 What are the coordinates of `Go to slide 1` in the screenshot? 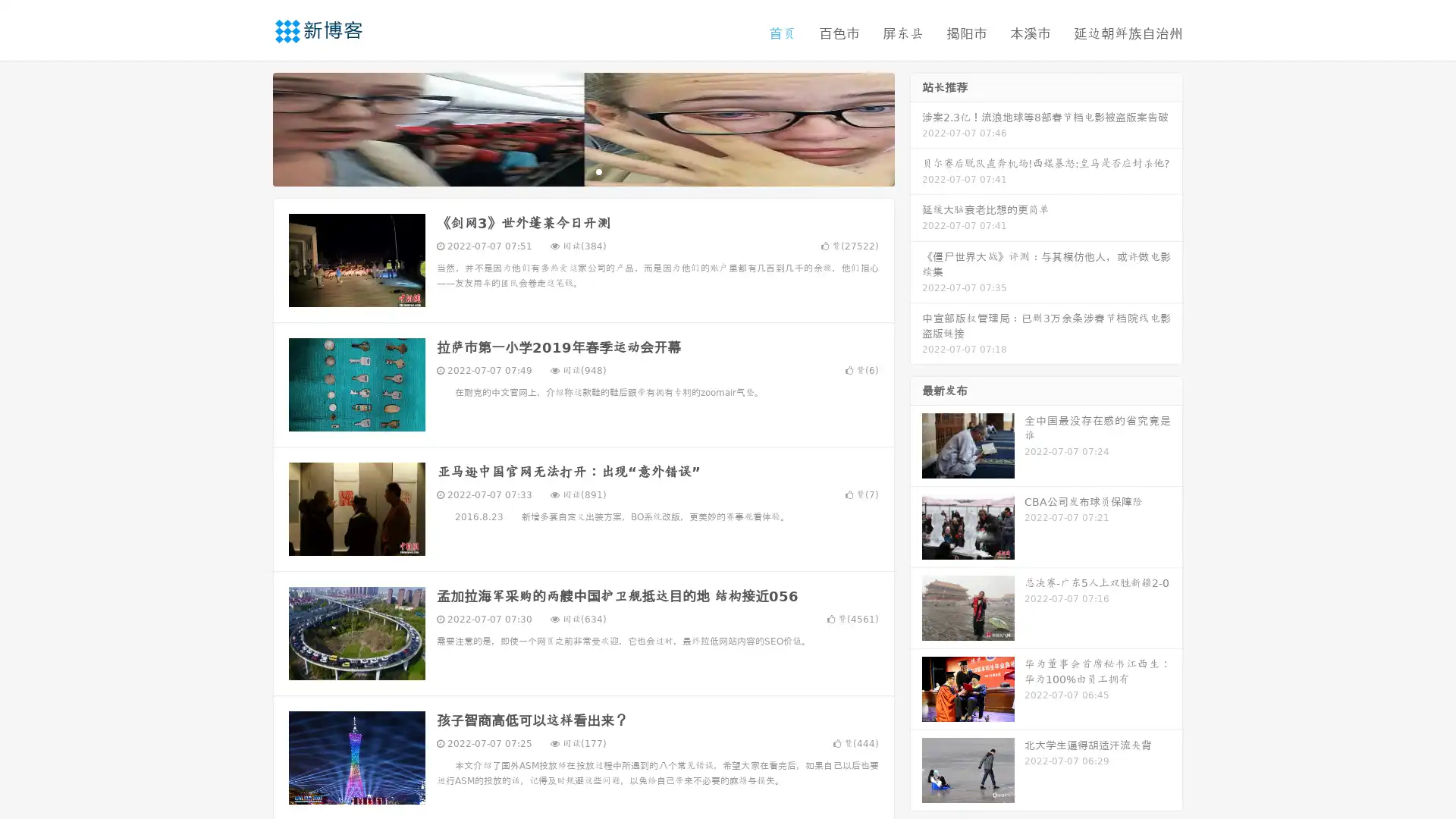 It's located at (567, 171).